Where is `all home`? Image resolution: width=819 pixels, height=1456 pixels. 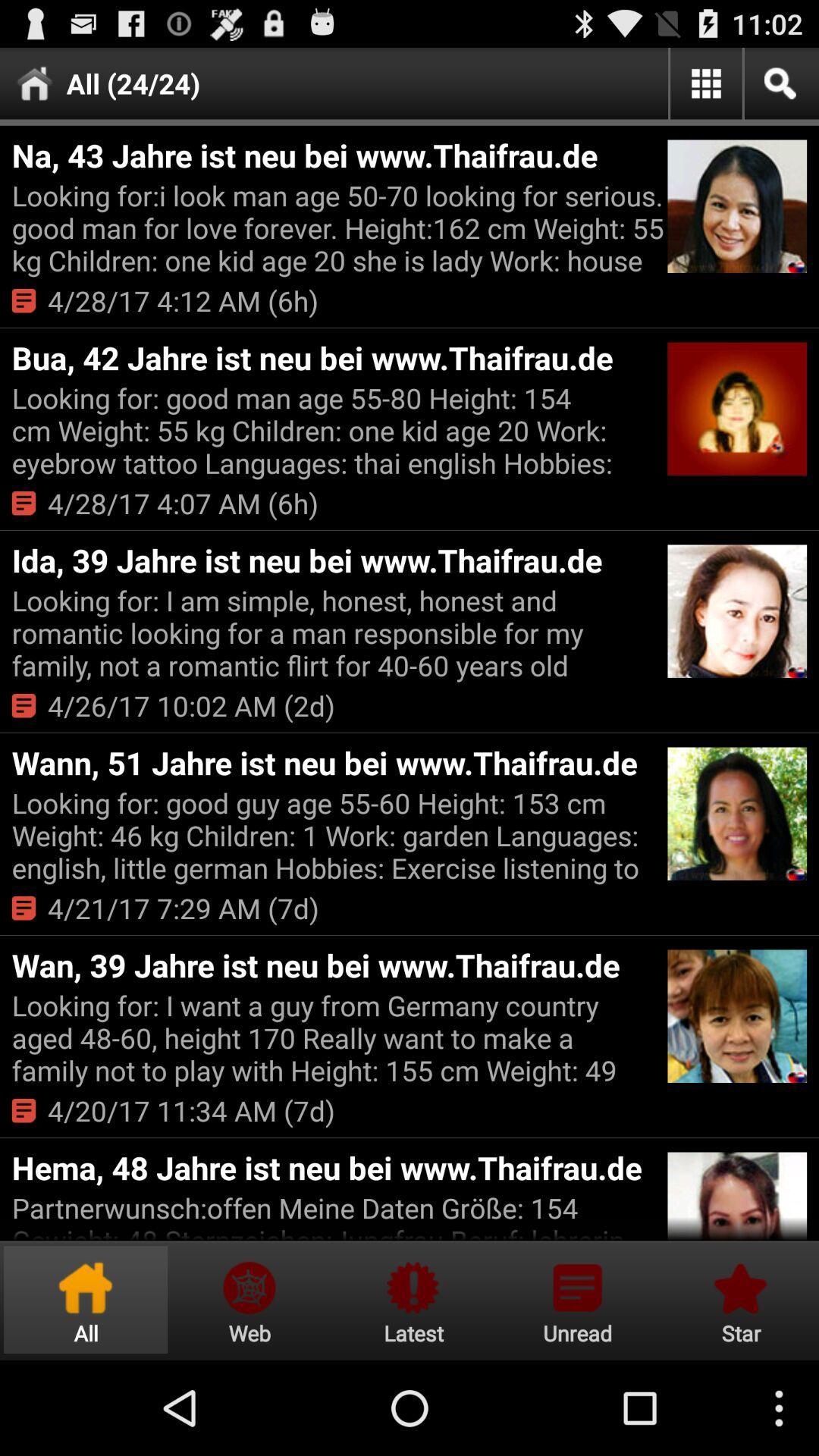
all home is located at coordinates (86, 1299).